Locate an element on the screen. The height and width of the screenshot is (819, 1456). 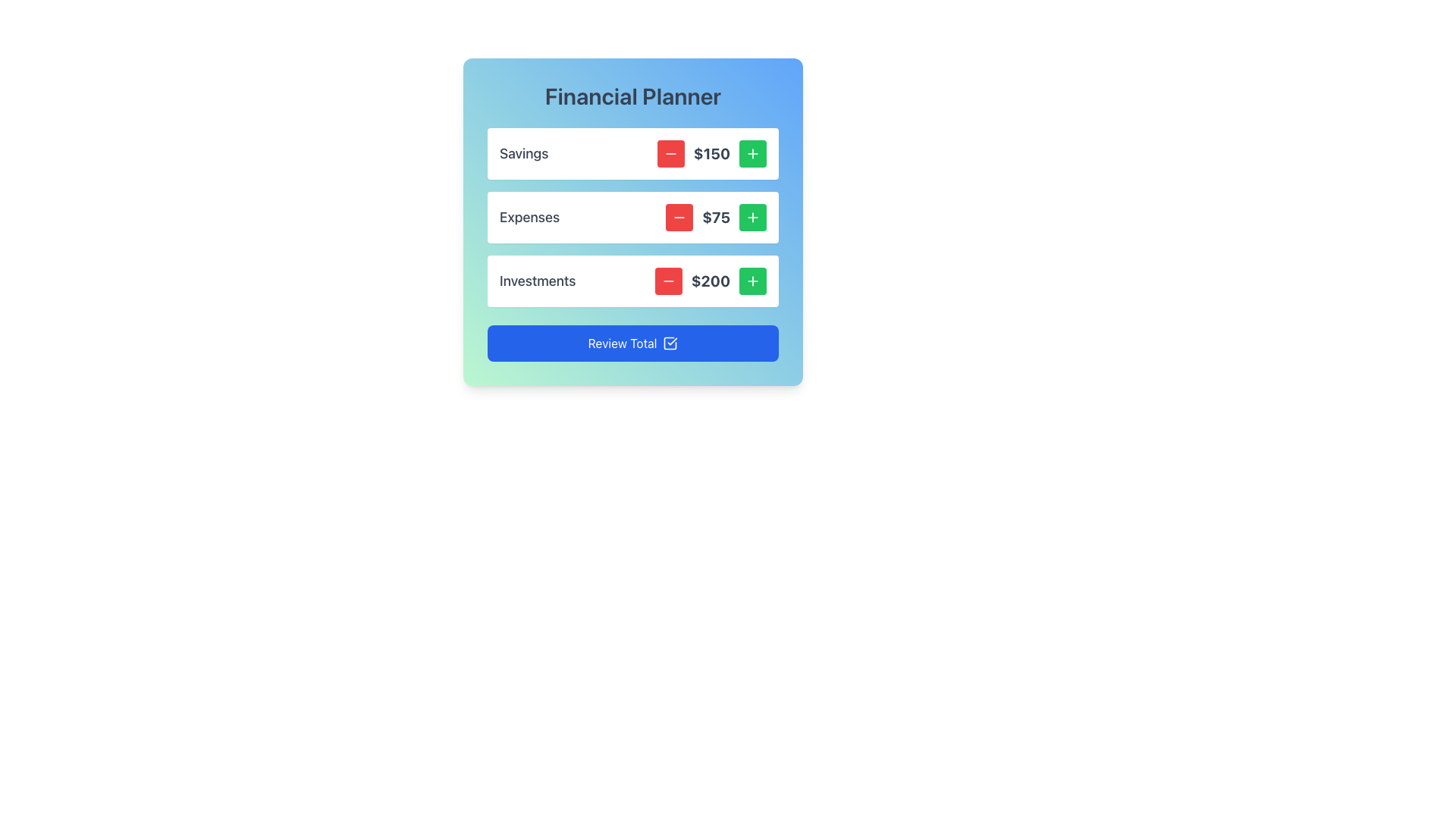
the central text label displaying the current monetary value for the 'Expenses' category, which is located between a red button on the left and a green plus button on the right is located at coordinates (715, 217).